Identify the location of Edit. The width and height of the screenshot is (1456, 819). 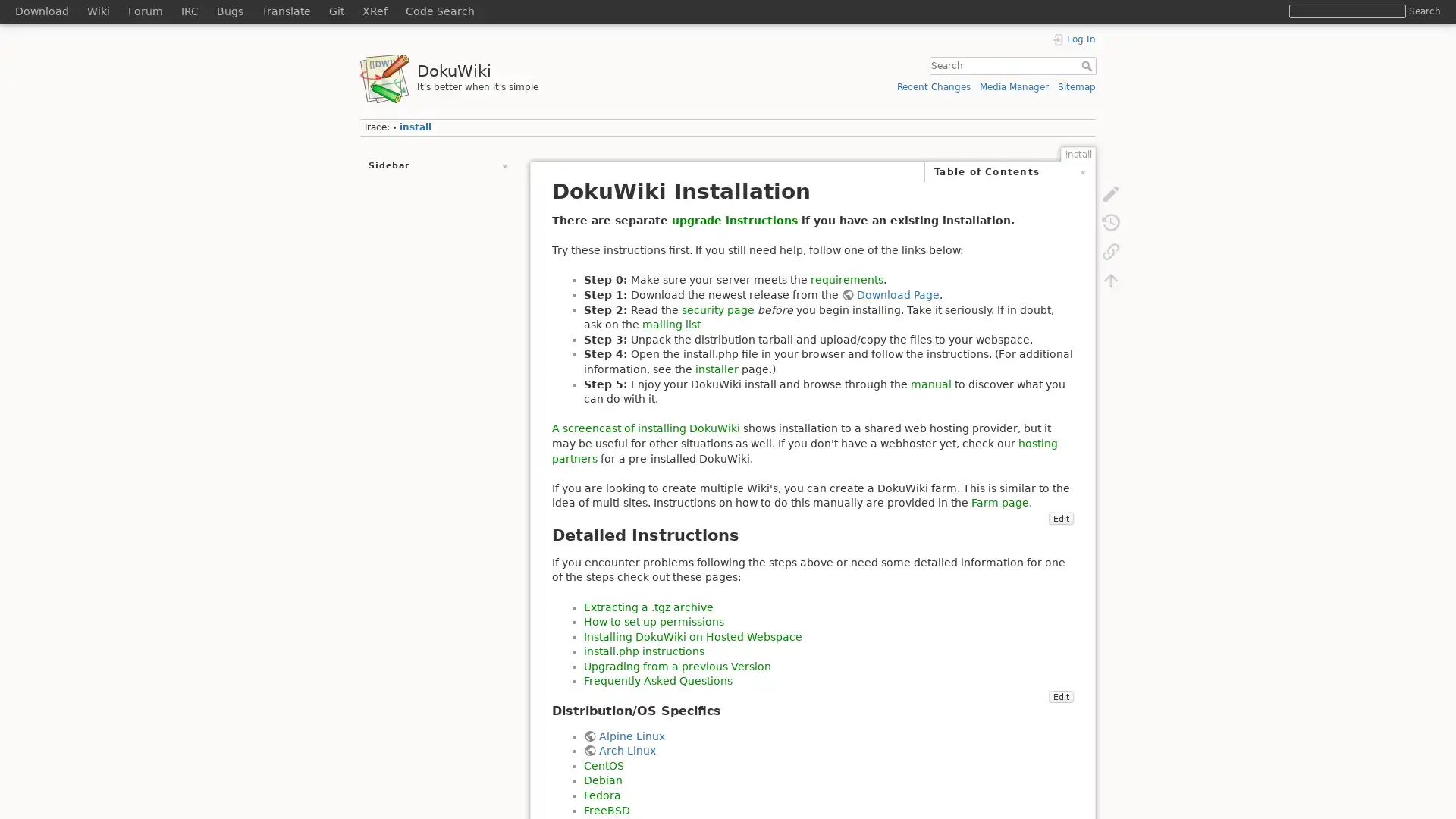
(1059, 739).